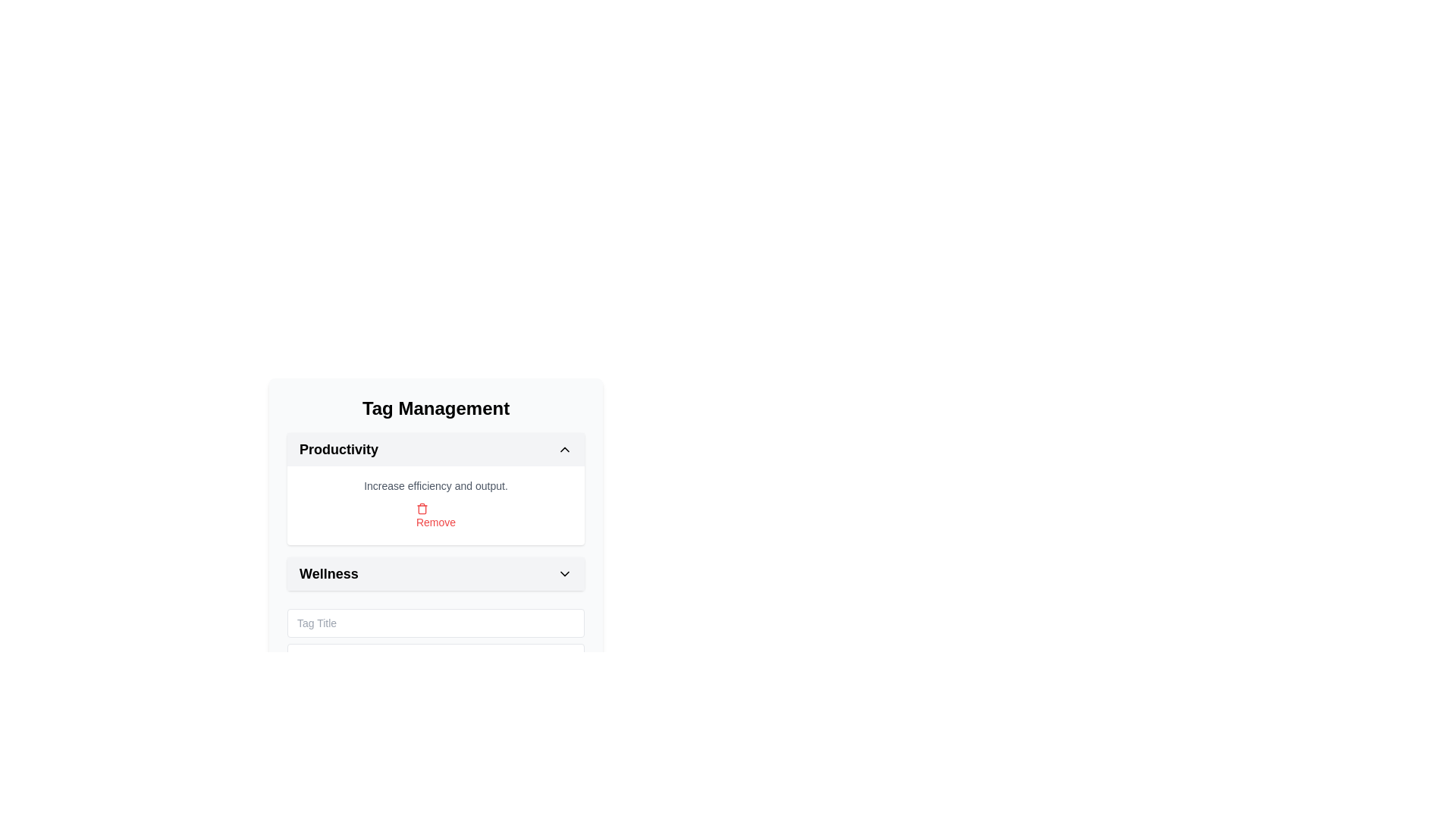 The width and height of the screenshot is (1456, 819). Describe the element at coordinates (435, 408) in the screenshot. I see `the header element that serves as a title for the section, positioned at the top center of the layout` at that location.